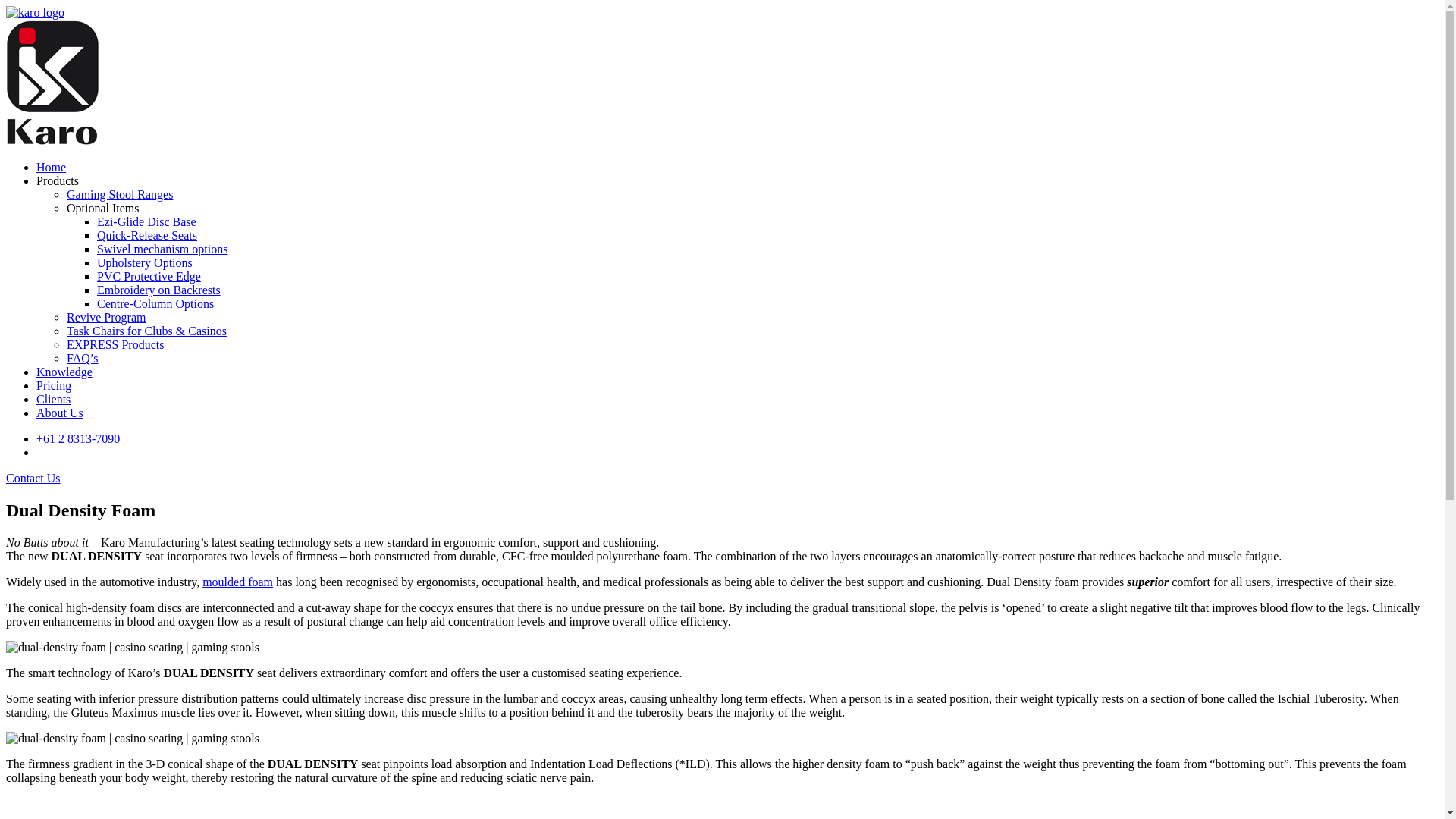 This screenshot has width=1456, height=819. What do you see at coordinates (145, 262) in the screenshot?
I see `'Upholstery Options'` at bounding box center [145, 262].